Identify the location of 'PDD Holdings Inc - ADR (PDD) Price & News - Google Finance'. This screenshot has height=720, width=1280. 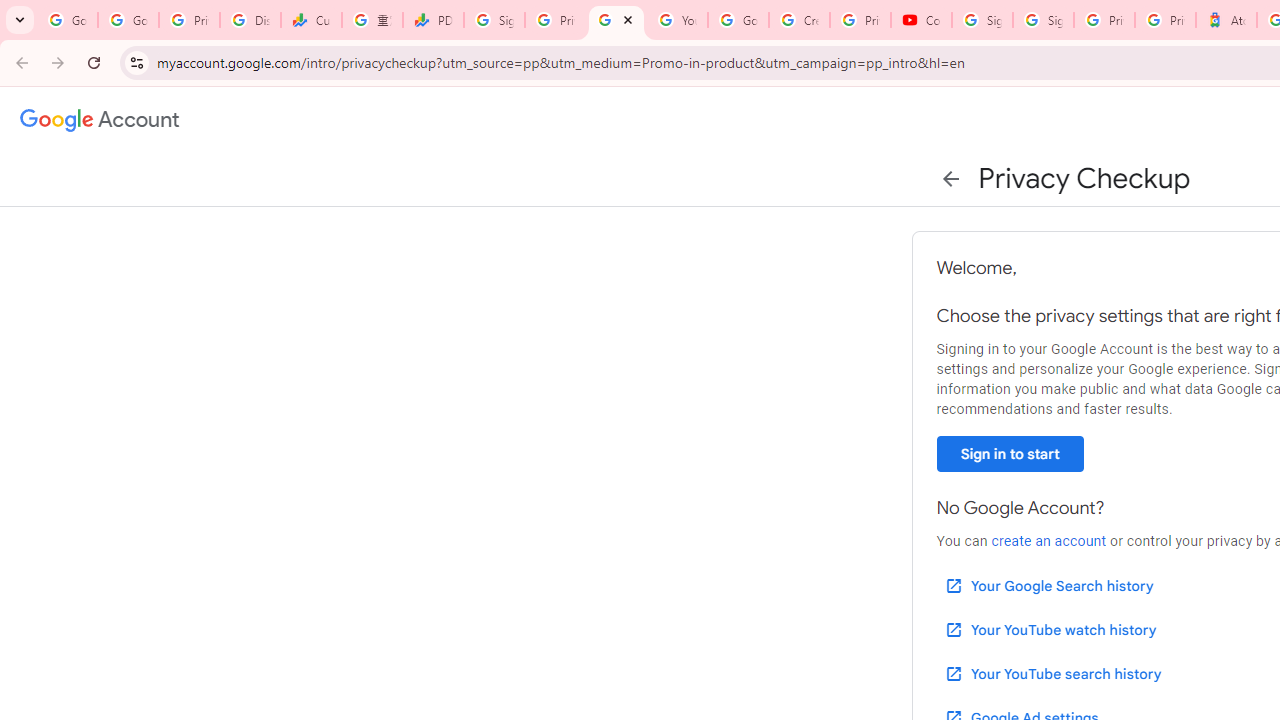
(432, 20).